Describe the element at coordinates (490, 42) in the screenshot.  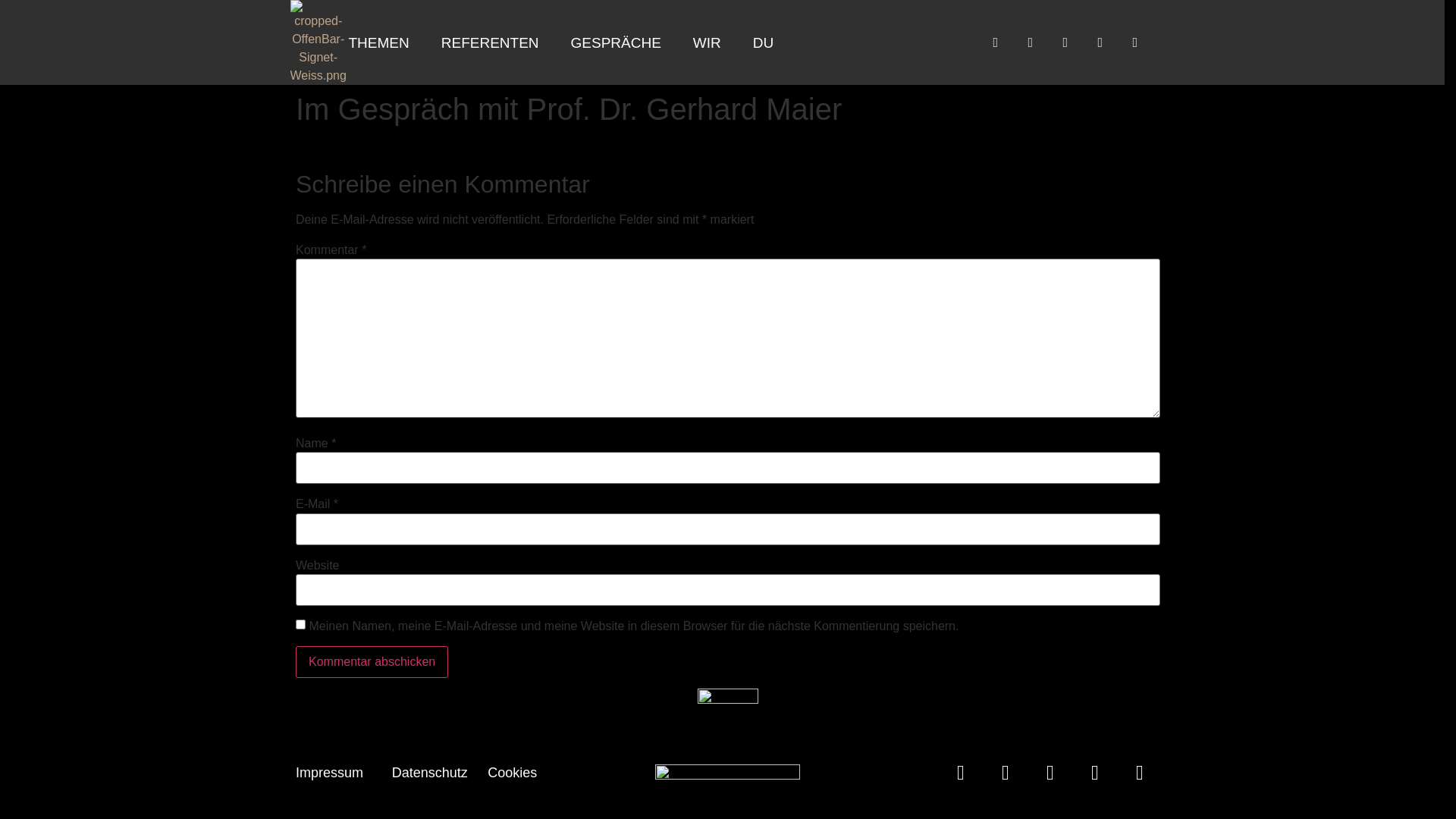
I see `'REFERENTEN'` at that location.